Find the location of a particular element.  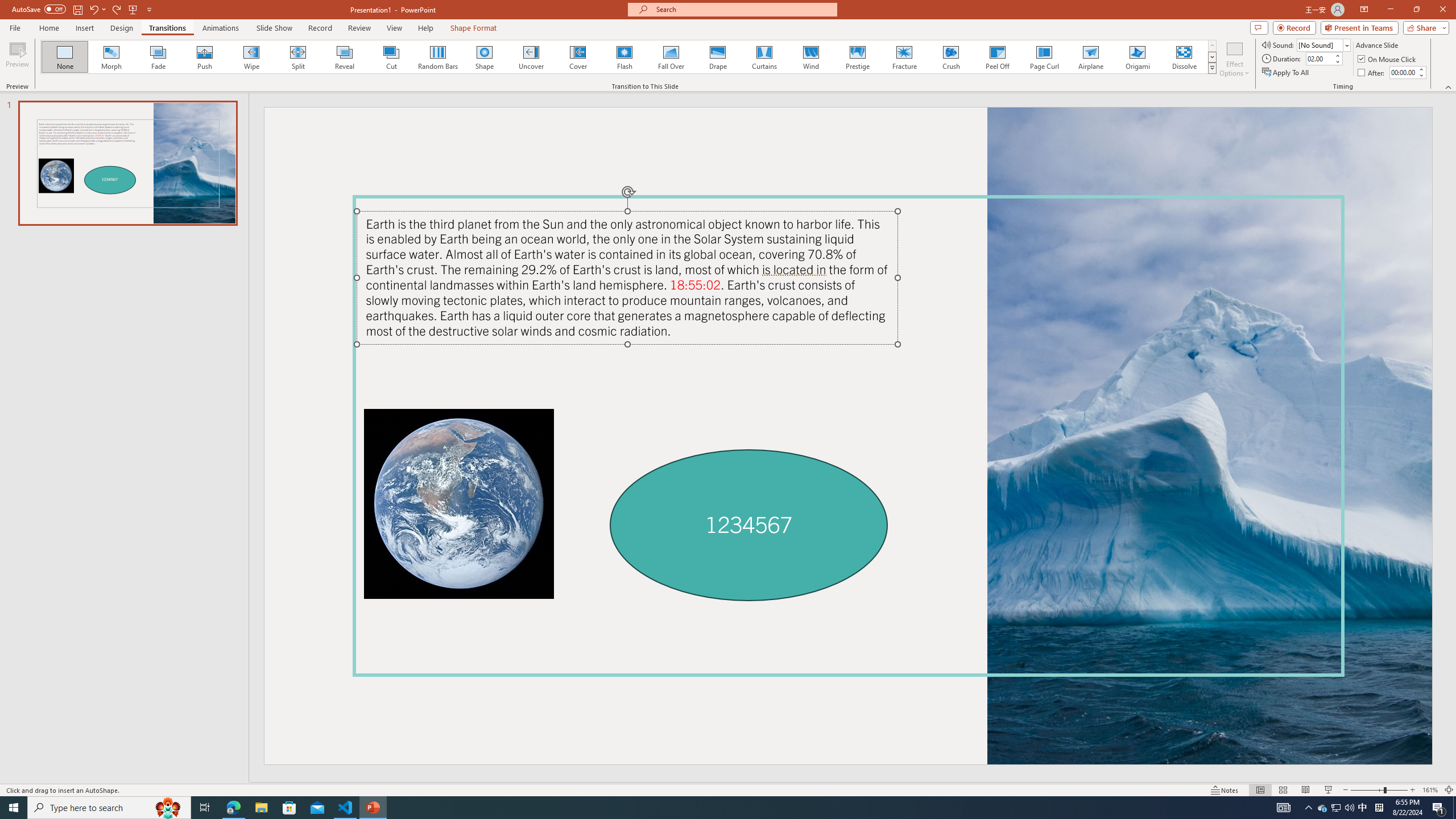

'Drape' is located at coordinates (717, 56).